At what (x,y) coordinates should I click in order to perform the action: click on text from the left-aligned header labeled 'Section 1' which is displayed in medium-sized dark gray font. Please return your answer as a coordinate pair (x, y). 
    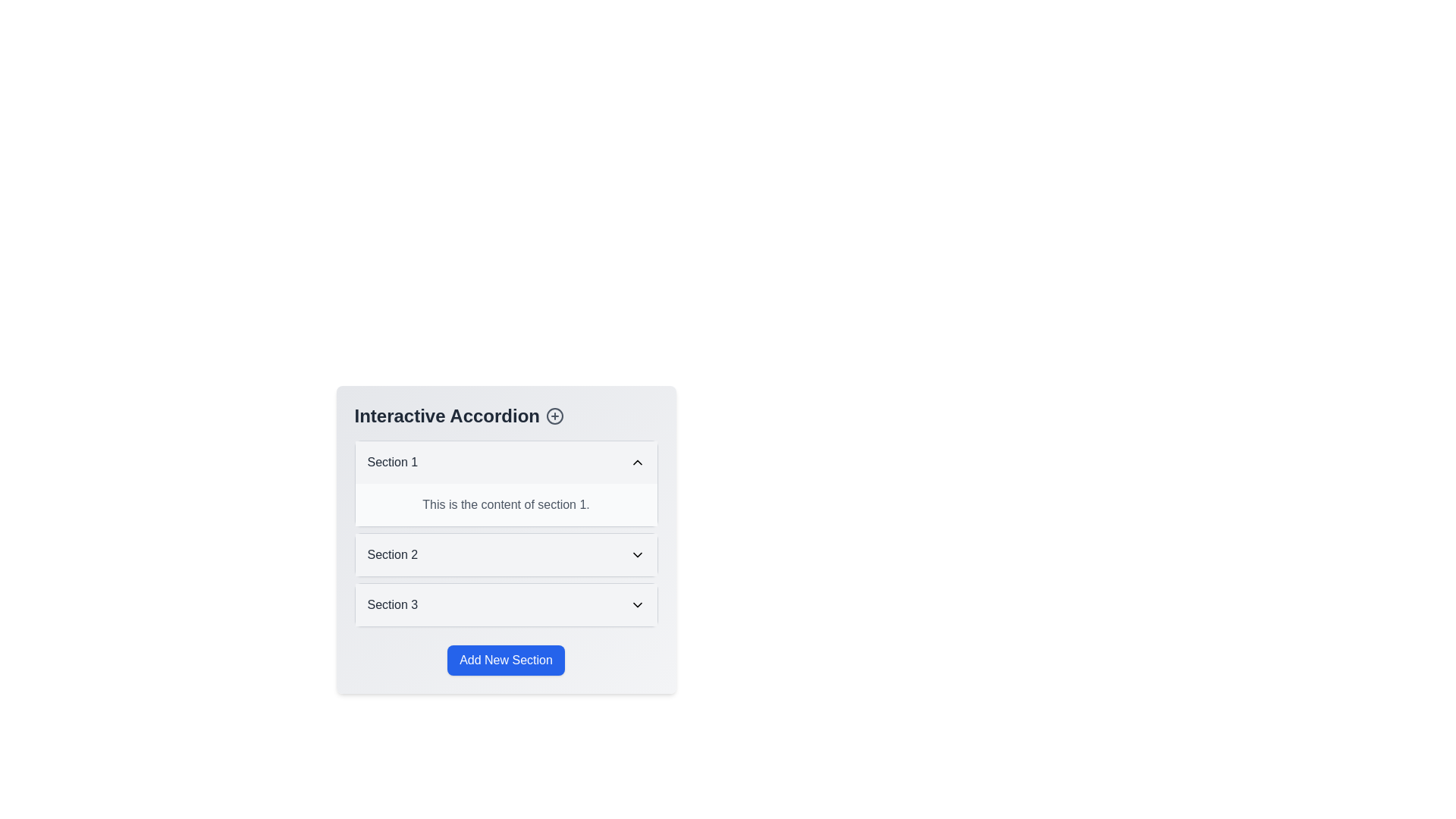
    Looking at the image, I should click on (392, 461).